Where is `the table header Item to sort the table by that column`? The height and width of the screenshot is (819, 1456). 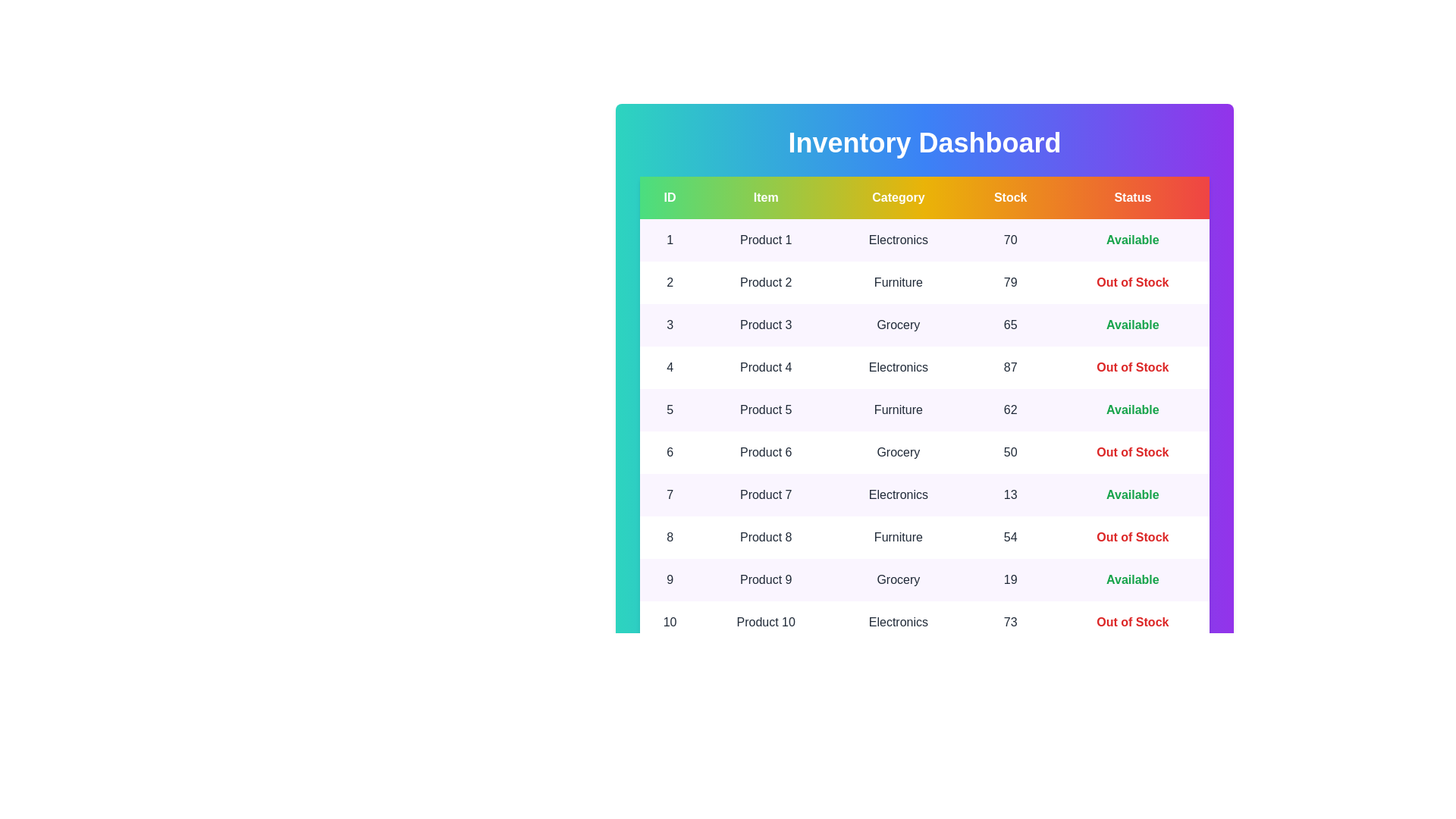 the table header Item to sort the table by that column is located at coordinates (766, 197).